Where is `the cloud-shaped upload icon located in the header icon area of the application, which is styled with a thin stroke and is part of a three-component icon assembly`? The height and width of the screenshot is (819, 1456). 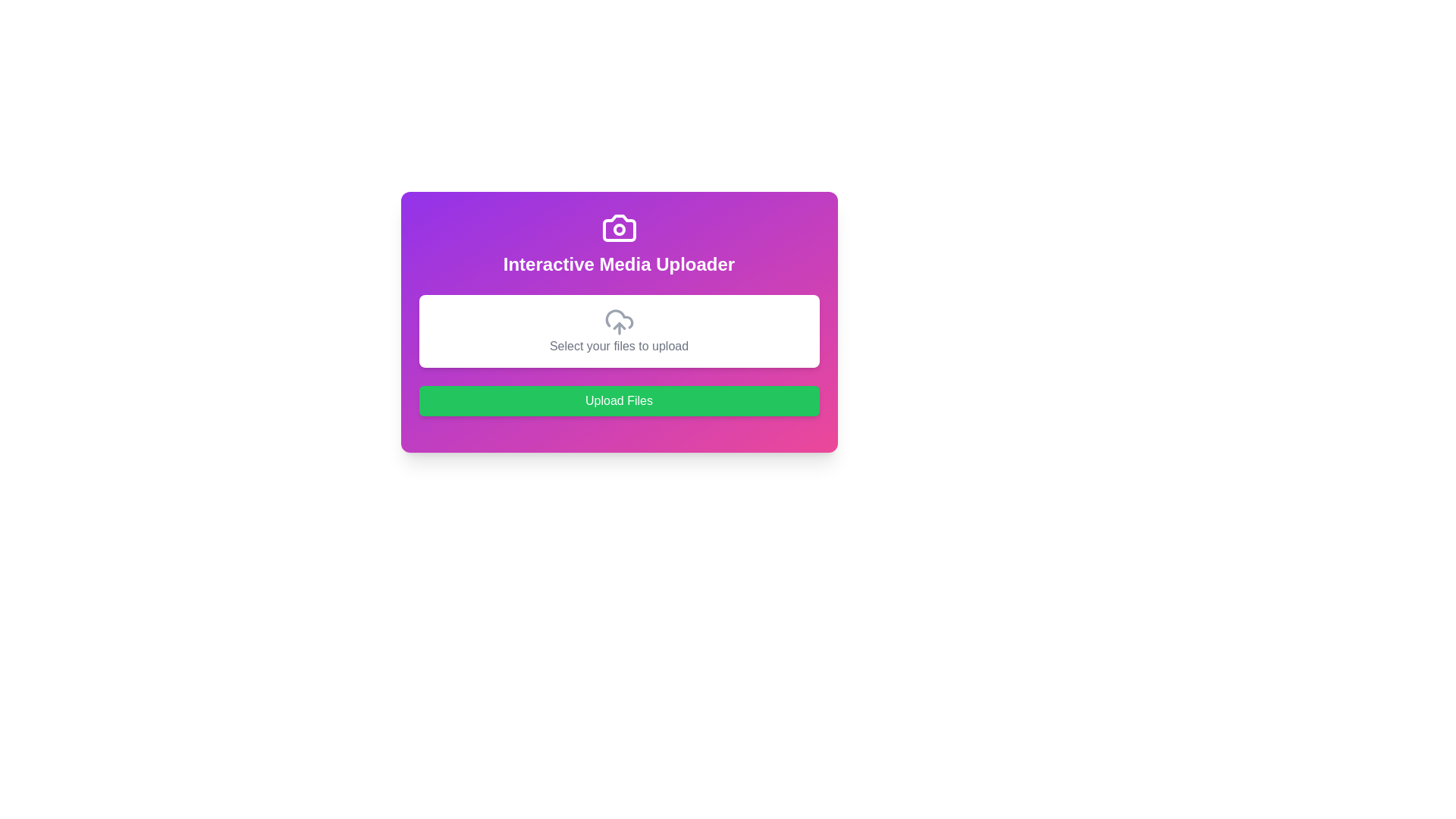 the cloud-shaped upload icon located in the header icon area of the application, which is styled with a thin stroke and is part of a three-component icon assembly is located at coordinates (619, 318).